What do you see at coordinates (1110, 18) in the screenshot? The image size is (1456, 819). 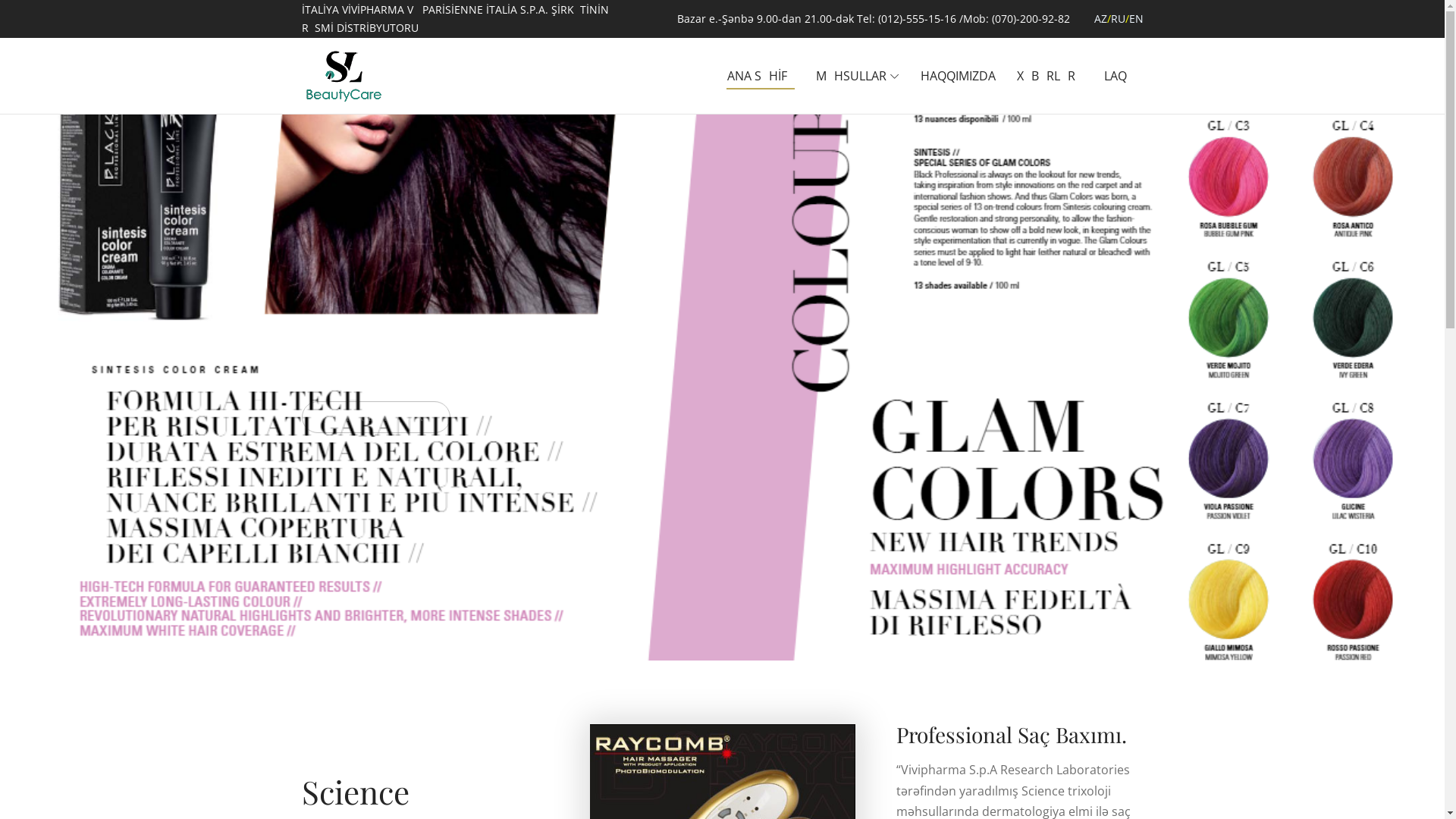 I see `'RU'` at bounding box center [1110, 18].